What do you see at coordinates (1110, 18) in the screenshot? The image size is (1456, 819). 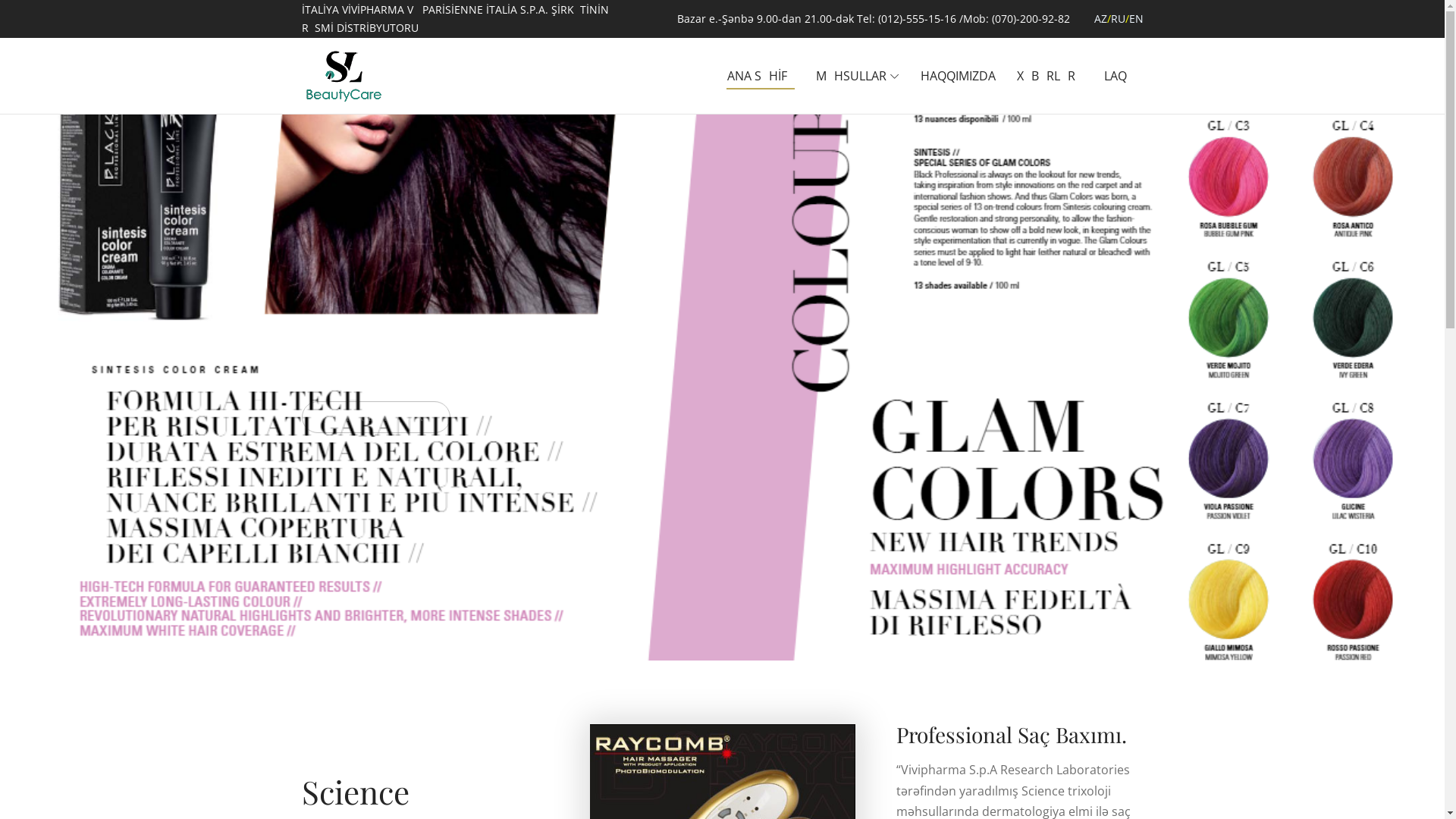 I see `'RU'` at bounding box center [1110, 18].